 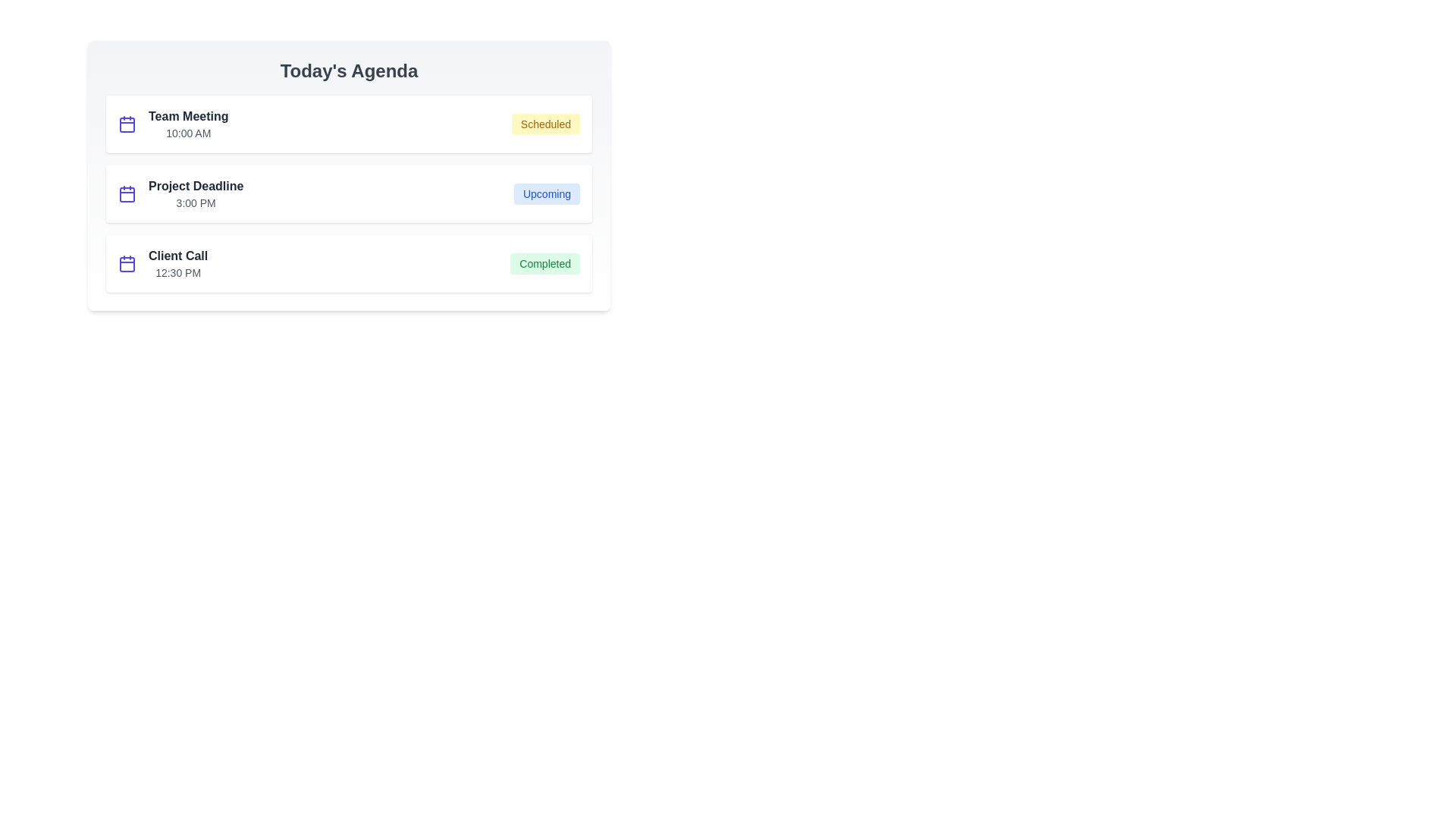 What do you see at coordinates (195, 186) in the screenshot?
I see `the event title Project Deadline to edit it` at bounding box center [195, 186].